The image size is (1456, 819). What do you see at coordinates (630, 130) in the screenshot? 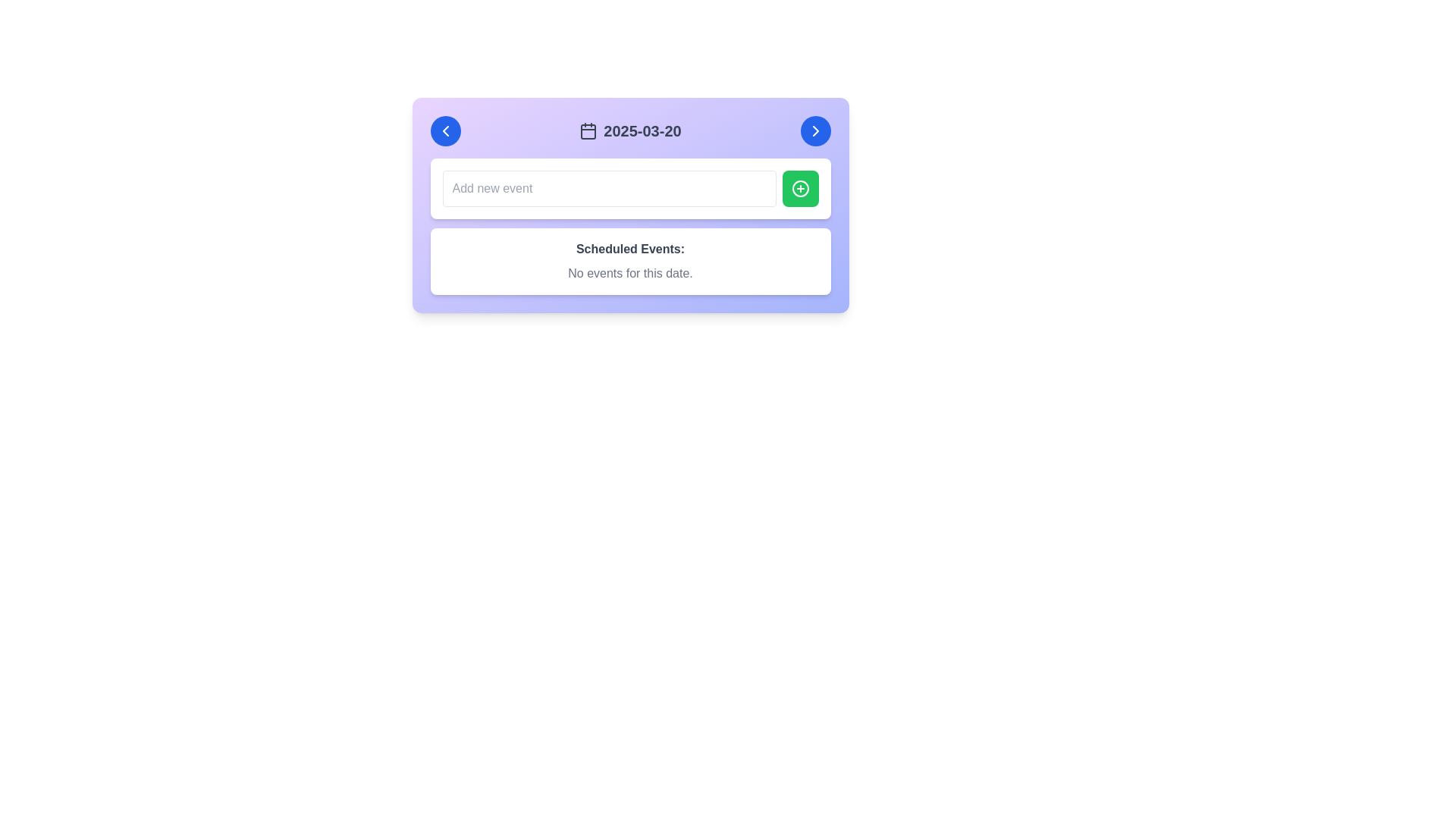
I see `date displayed on the Date Display Label, which is centrally located between the navigation buttons and above the event text box` at bounding box center [630, 130].